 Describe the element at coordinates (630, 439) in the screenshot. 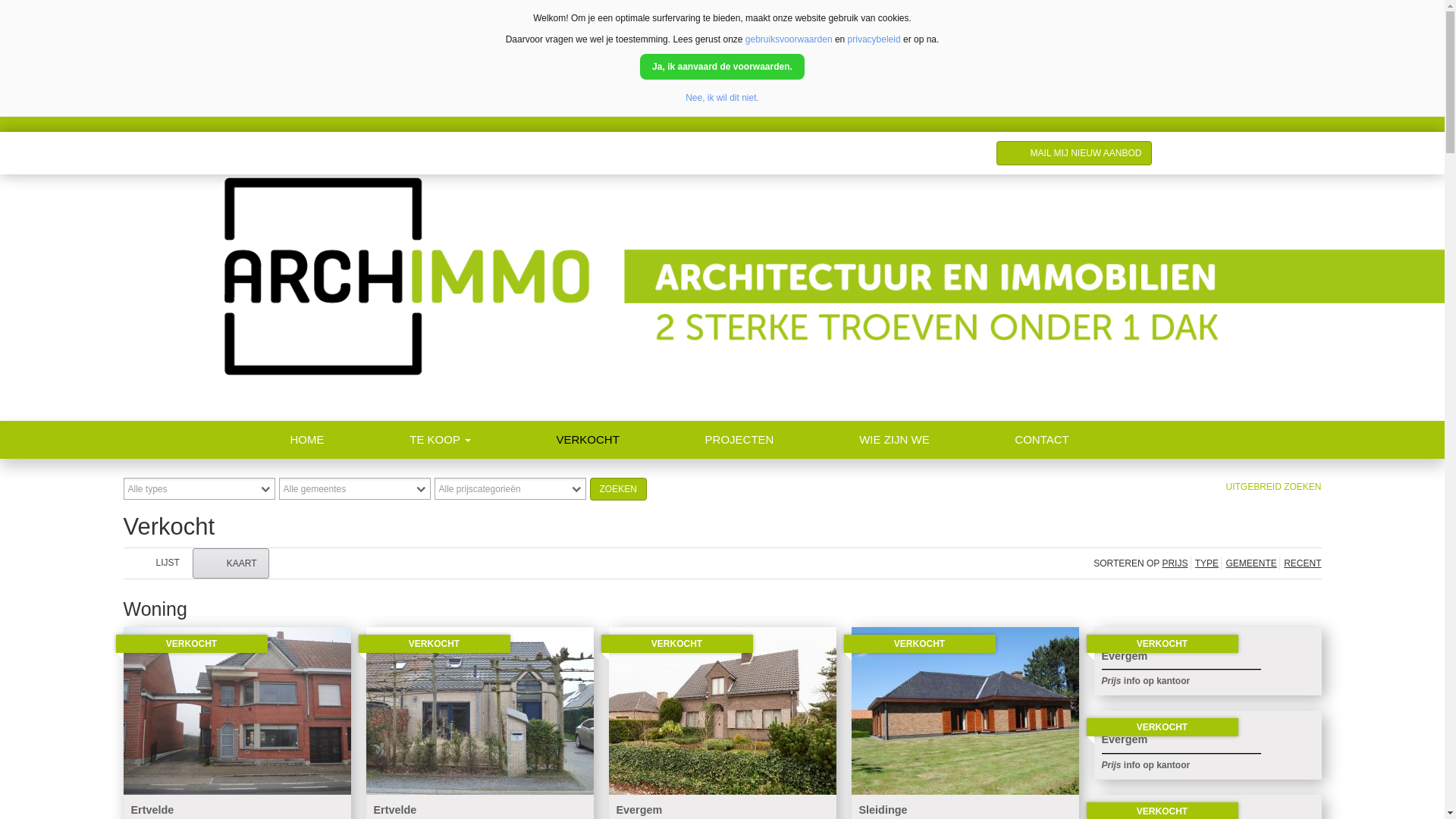

I see `'VERKOCHT'` at that location.